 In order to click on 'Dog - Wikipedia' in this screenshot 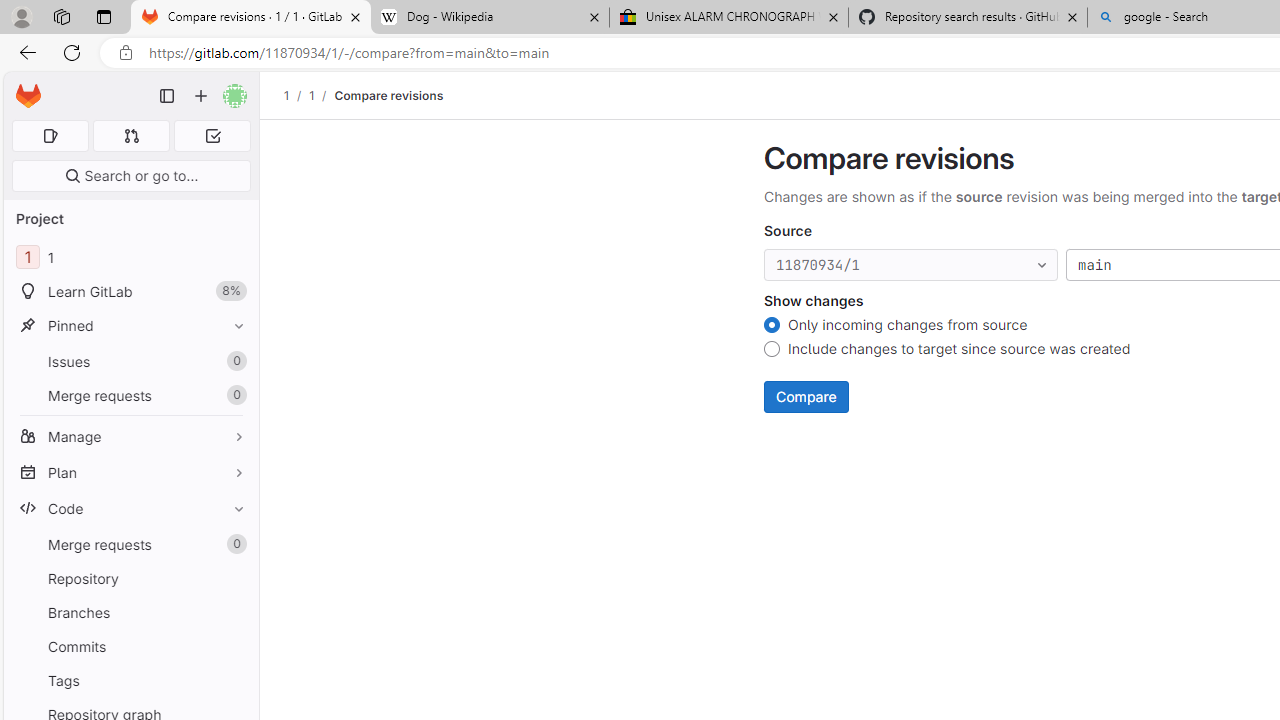, I will do `click(490, 17)`.